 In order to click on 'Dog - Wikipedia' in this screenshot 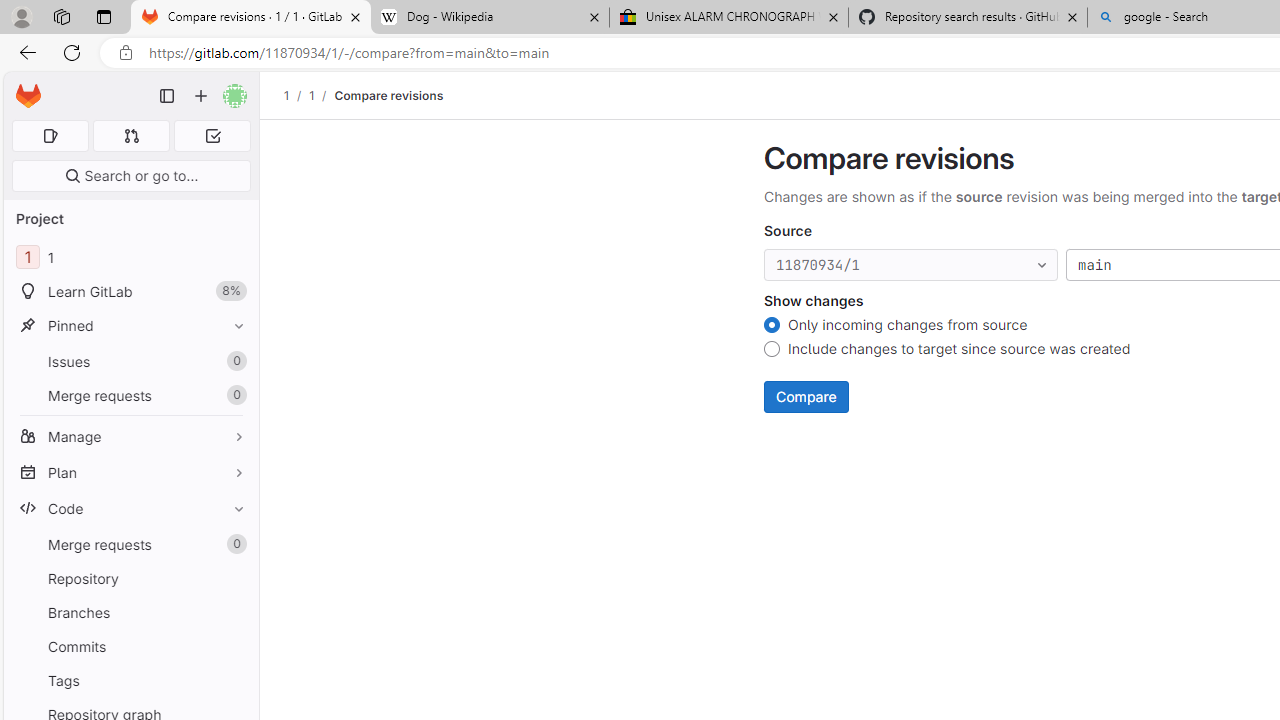, I will do `click(490, 17)`.